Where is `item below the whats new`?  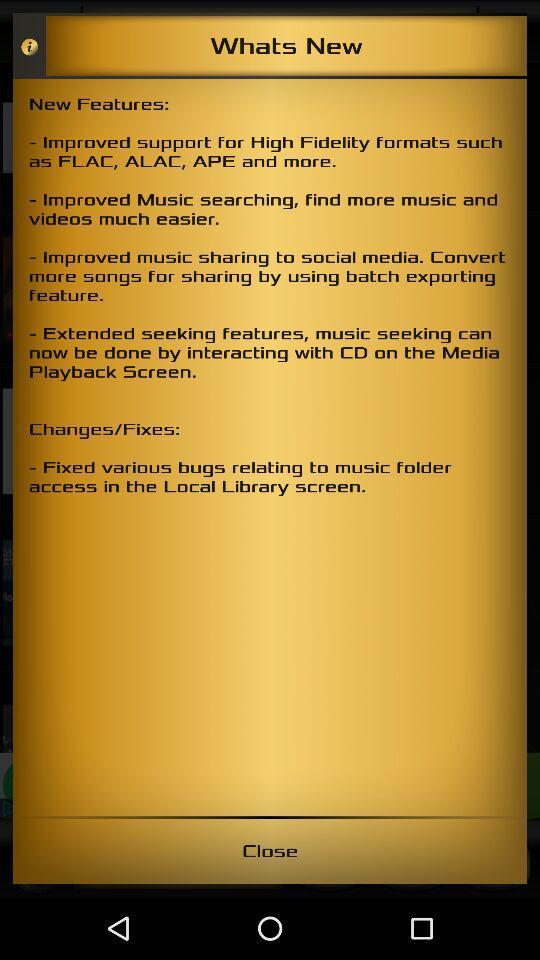 item below the whats new is located at coordinates (270, 447).